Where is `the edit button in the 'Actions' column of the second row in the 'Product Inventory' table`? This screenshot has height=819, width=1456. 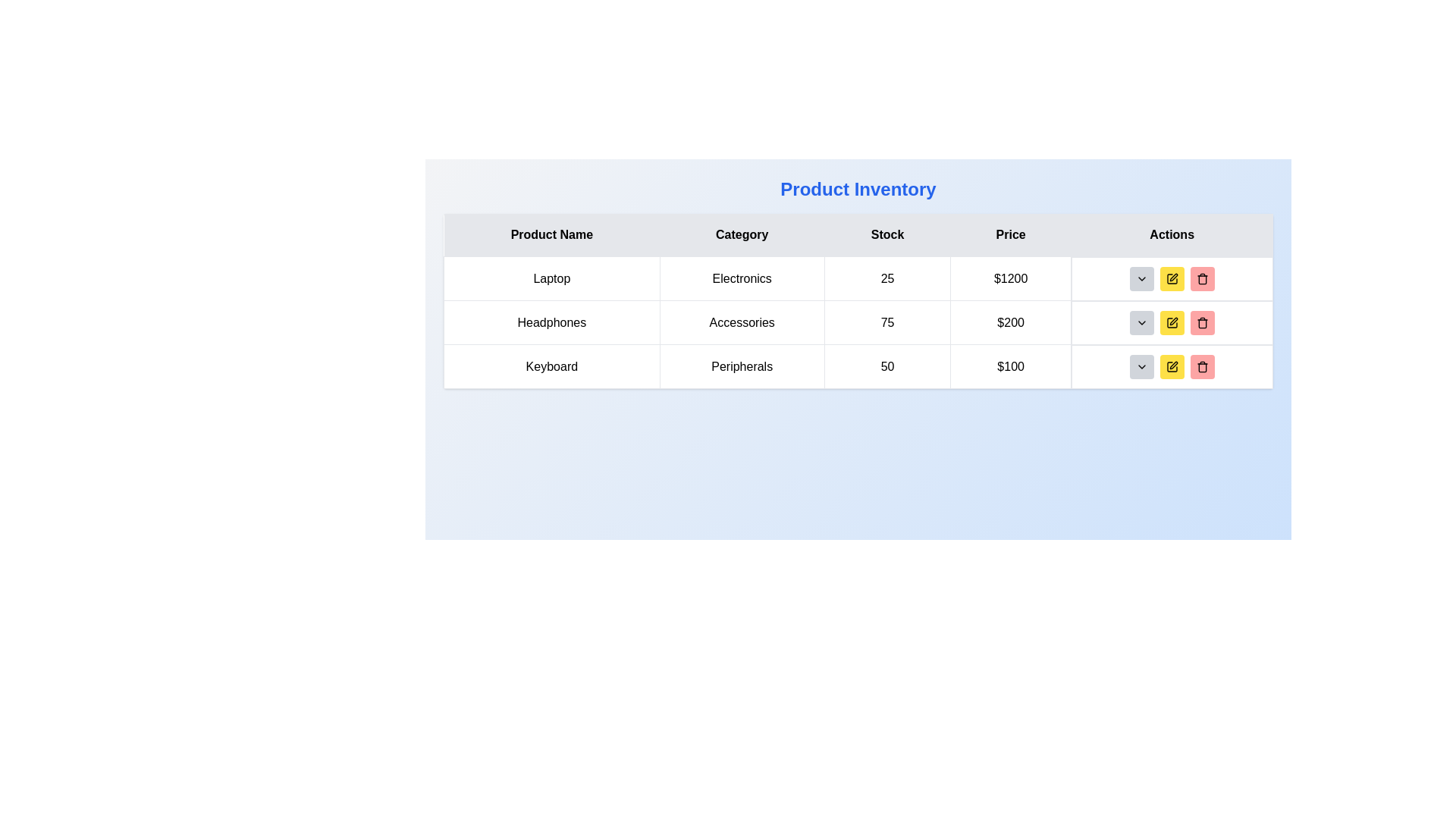 the edit button in the 'Actions' column of the second row in the 'Product Inventory' table is located at coordinates (1171, 322).